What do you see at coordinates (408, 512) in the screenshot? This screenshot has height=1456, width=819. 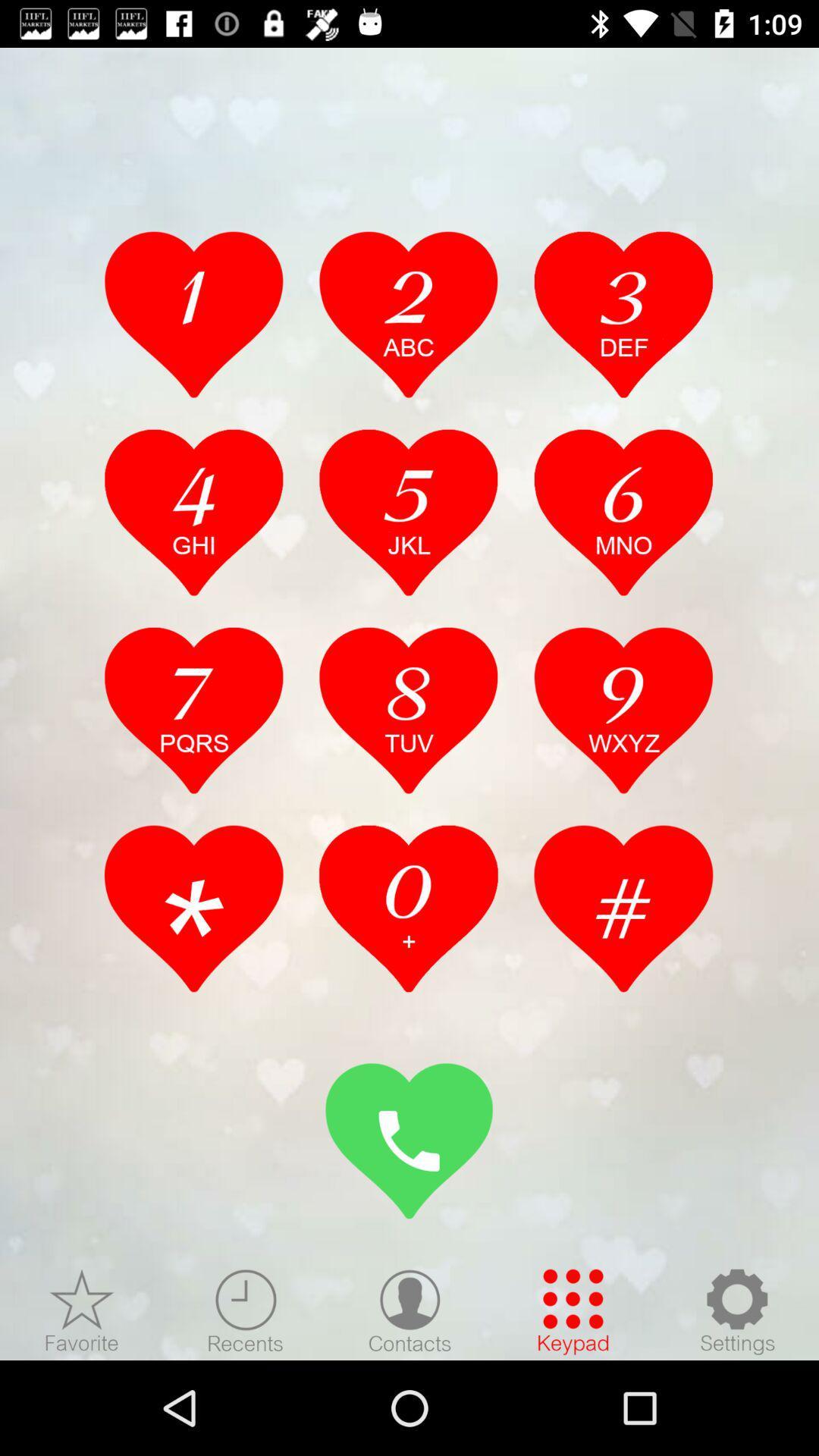 I see `5jkl` at bounding box center [408, 512].